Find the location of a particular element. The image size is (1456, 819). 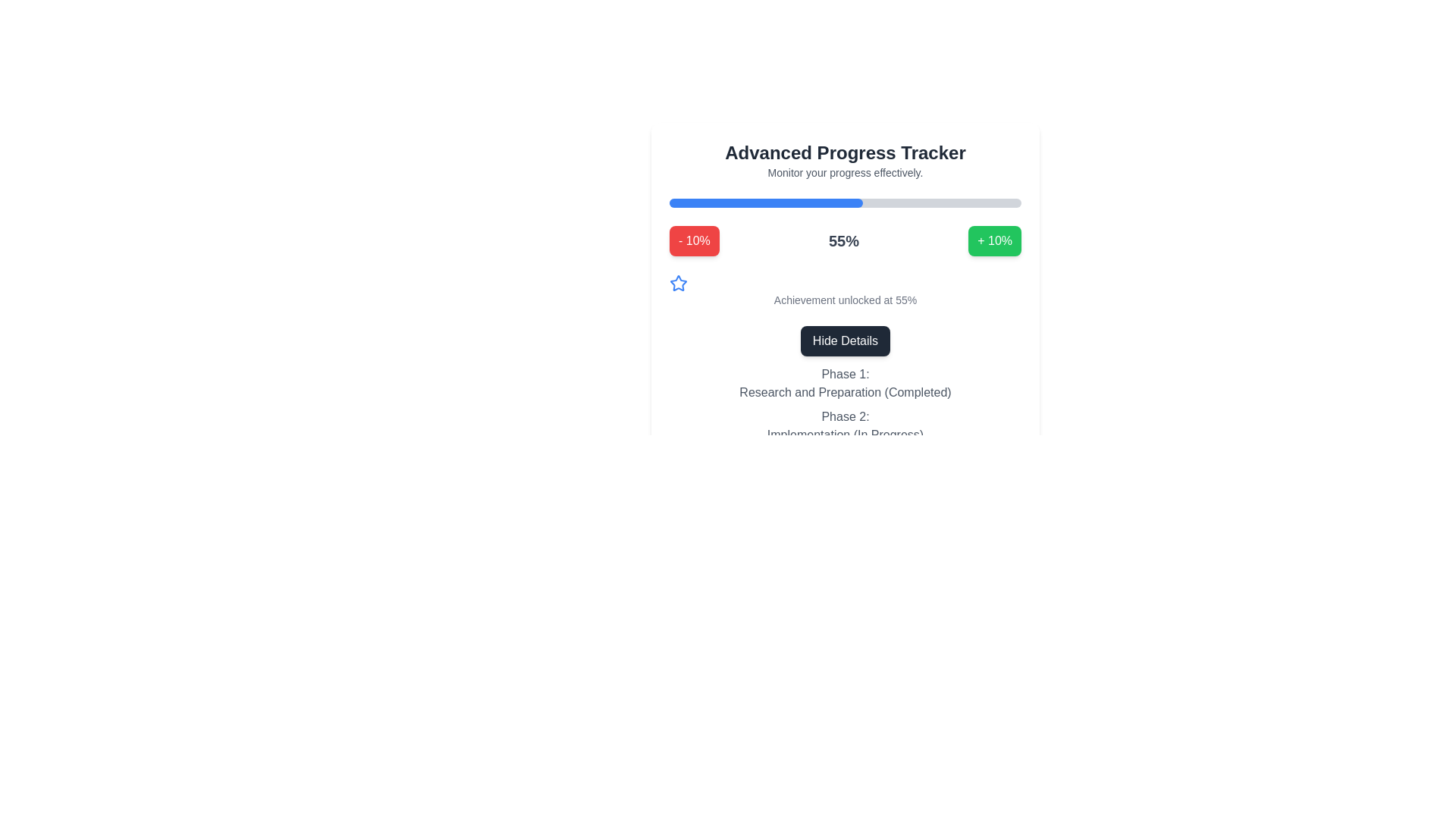

the horizontal progress bar is located at coordinates (844, 202).